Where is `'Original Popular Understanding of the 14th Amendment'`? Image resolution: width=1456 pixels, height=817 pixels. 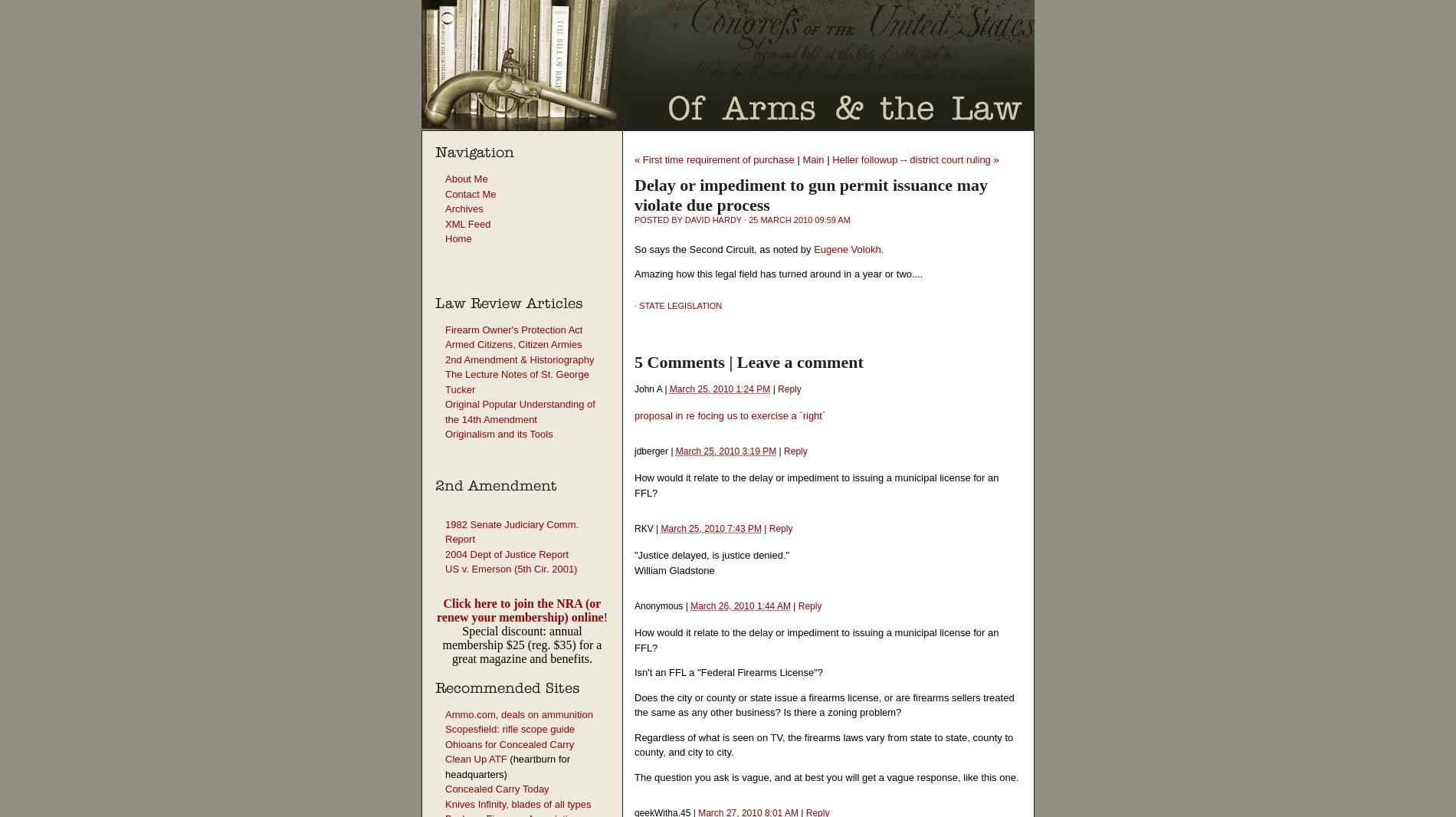
'Original Popular Understanding of the 14th Amendment' is located at coordinates (520, 411).